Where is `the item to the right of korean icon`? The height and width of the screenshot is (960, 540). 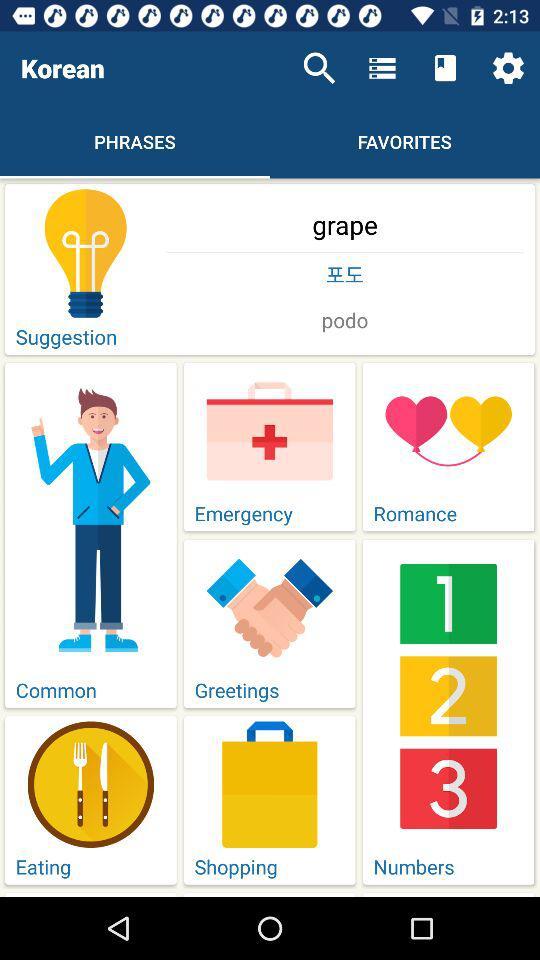 the item to the right of korean icon is located at coordinates (319, 68).